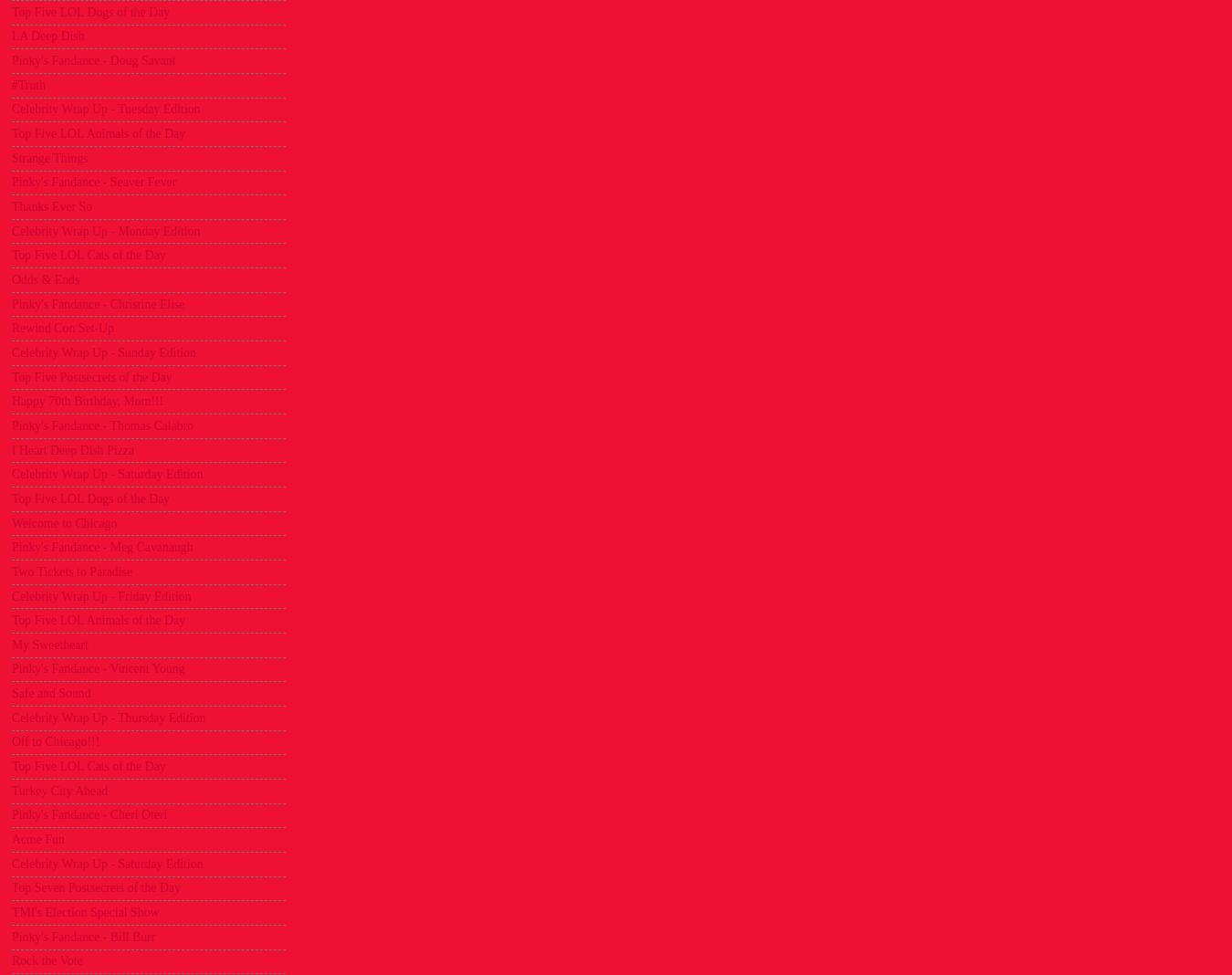 Image resolution: width=1232 pixels, height=975 pixels. I want to click on 'My Sweetheart', so click(10, 644).